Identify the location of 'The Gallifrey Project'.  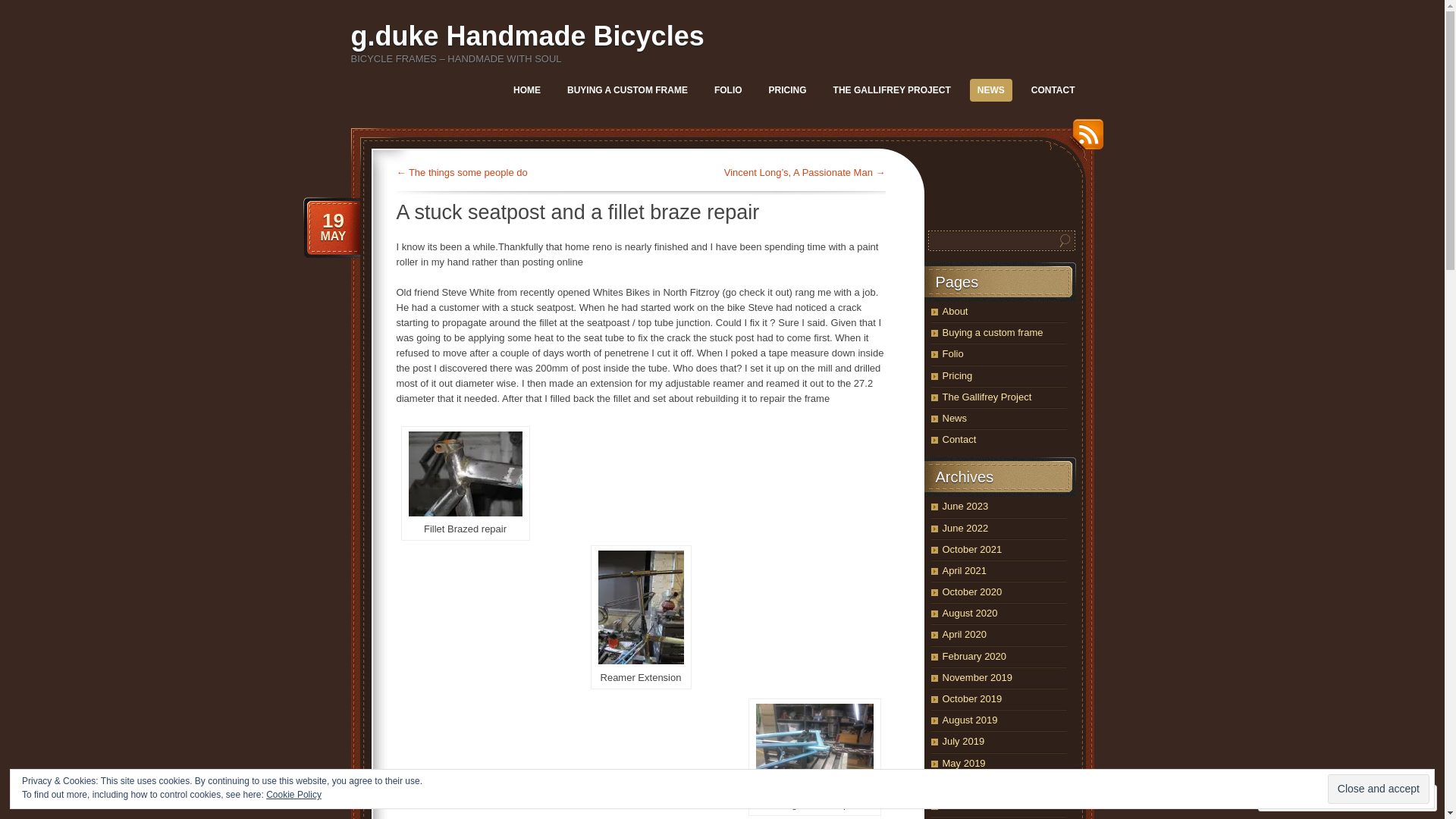
(986, 396).